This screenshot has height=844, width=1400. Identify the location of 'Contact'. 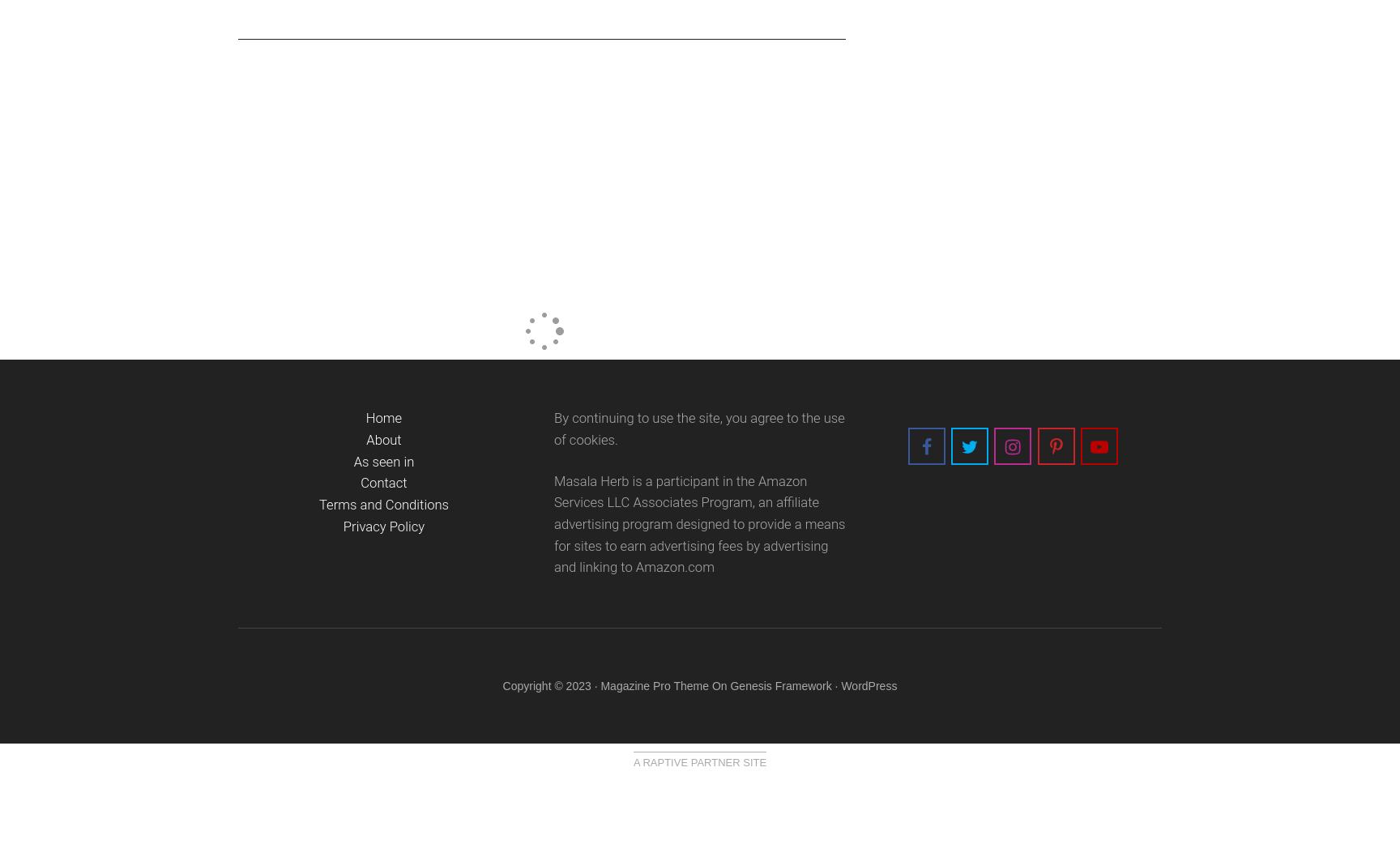
(383, 482).